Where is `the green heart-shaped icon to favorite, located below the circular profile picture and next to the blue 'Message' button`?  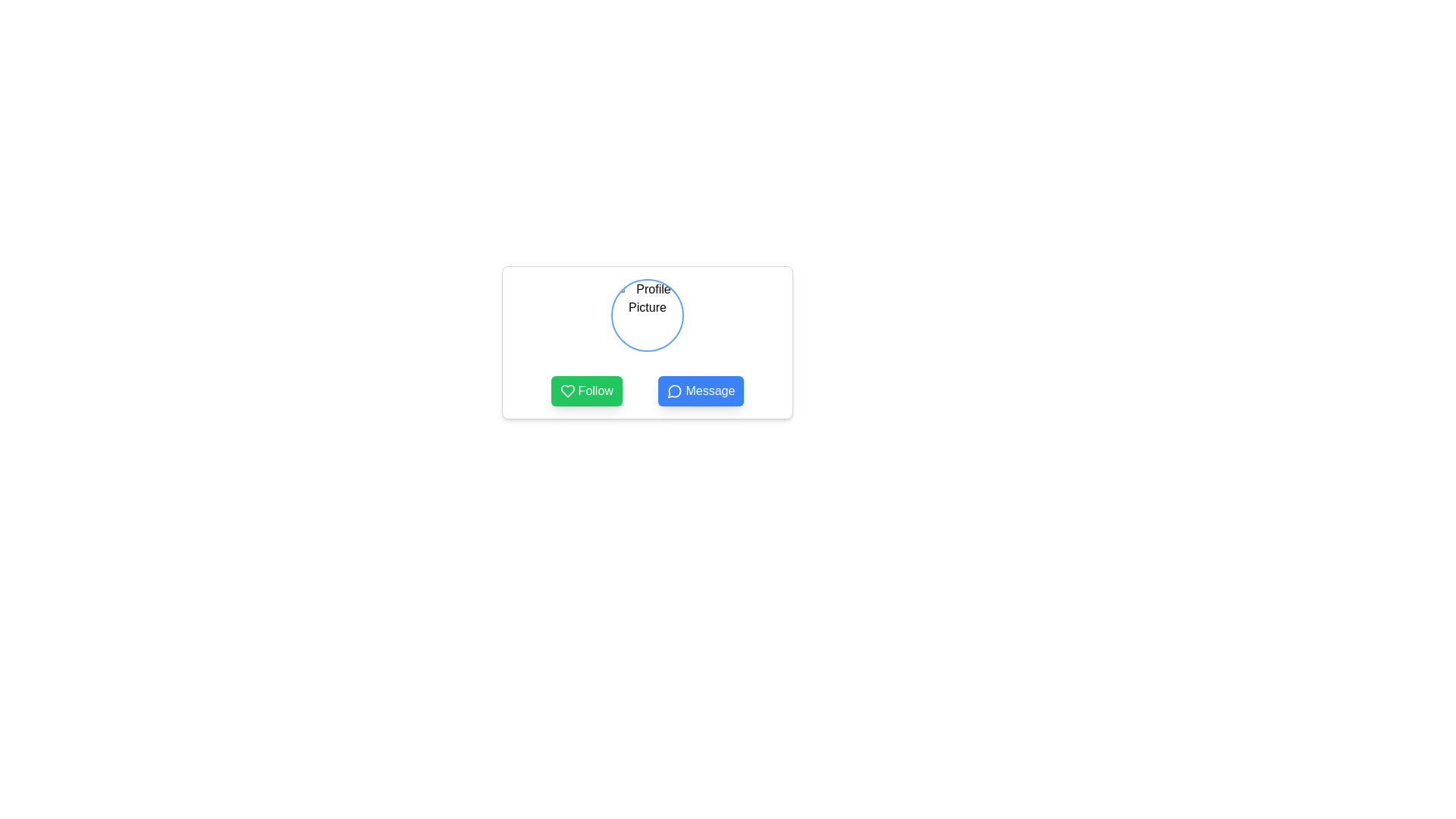
the green heart-shaped icon to favorite, located below the circular profile picture and next to the blue 'Message' button is located at coordinates (566, 391).